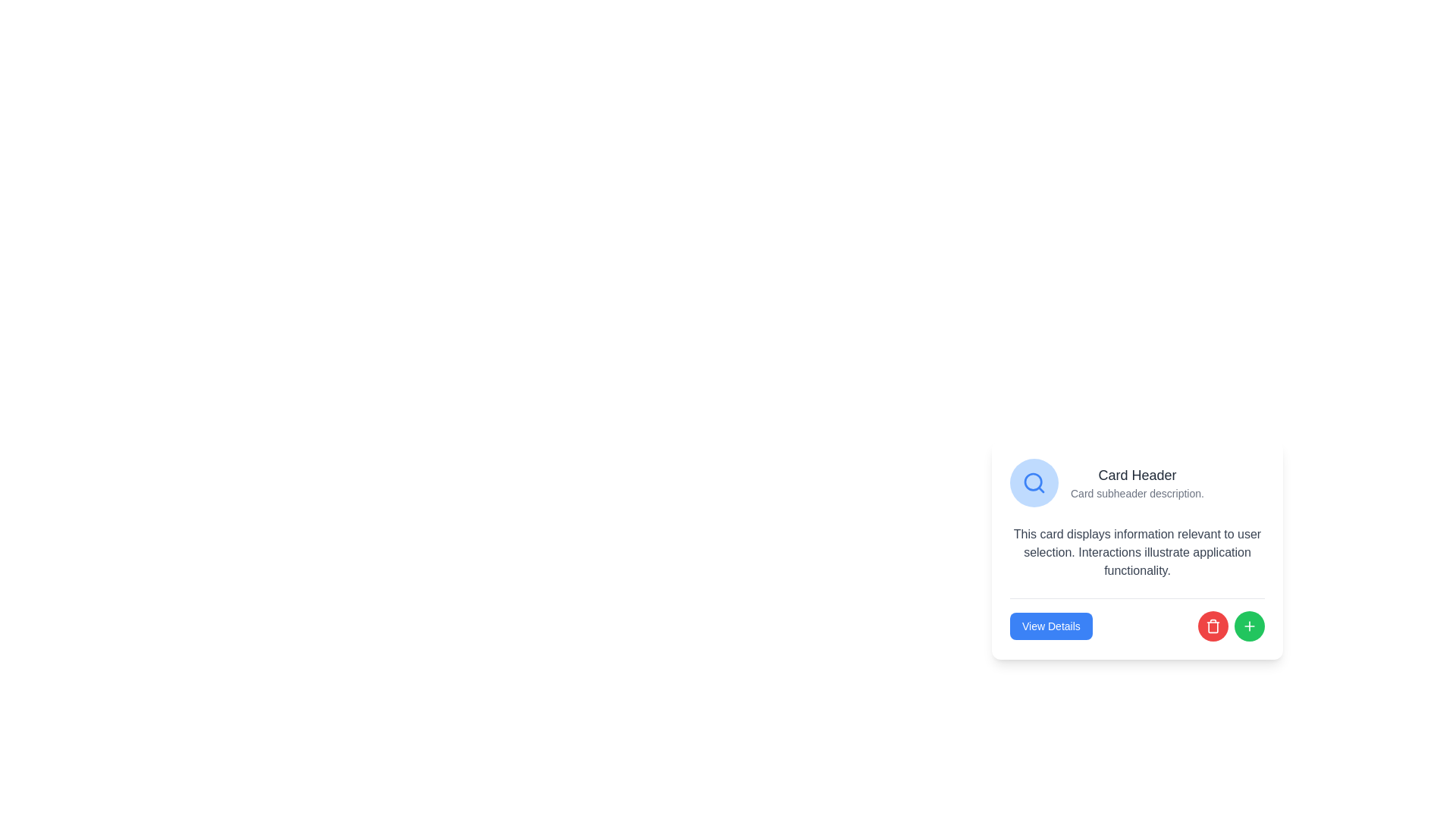  Describe the element at coordinates (1032, 482) in the screenshot. I see `the circular element in the magnifying glass icon, located at the center of the icon and within the card component` at that location.